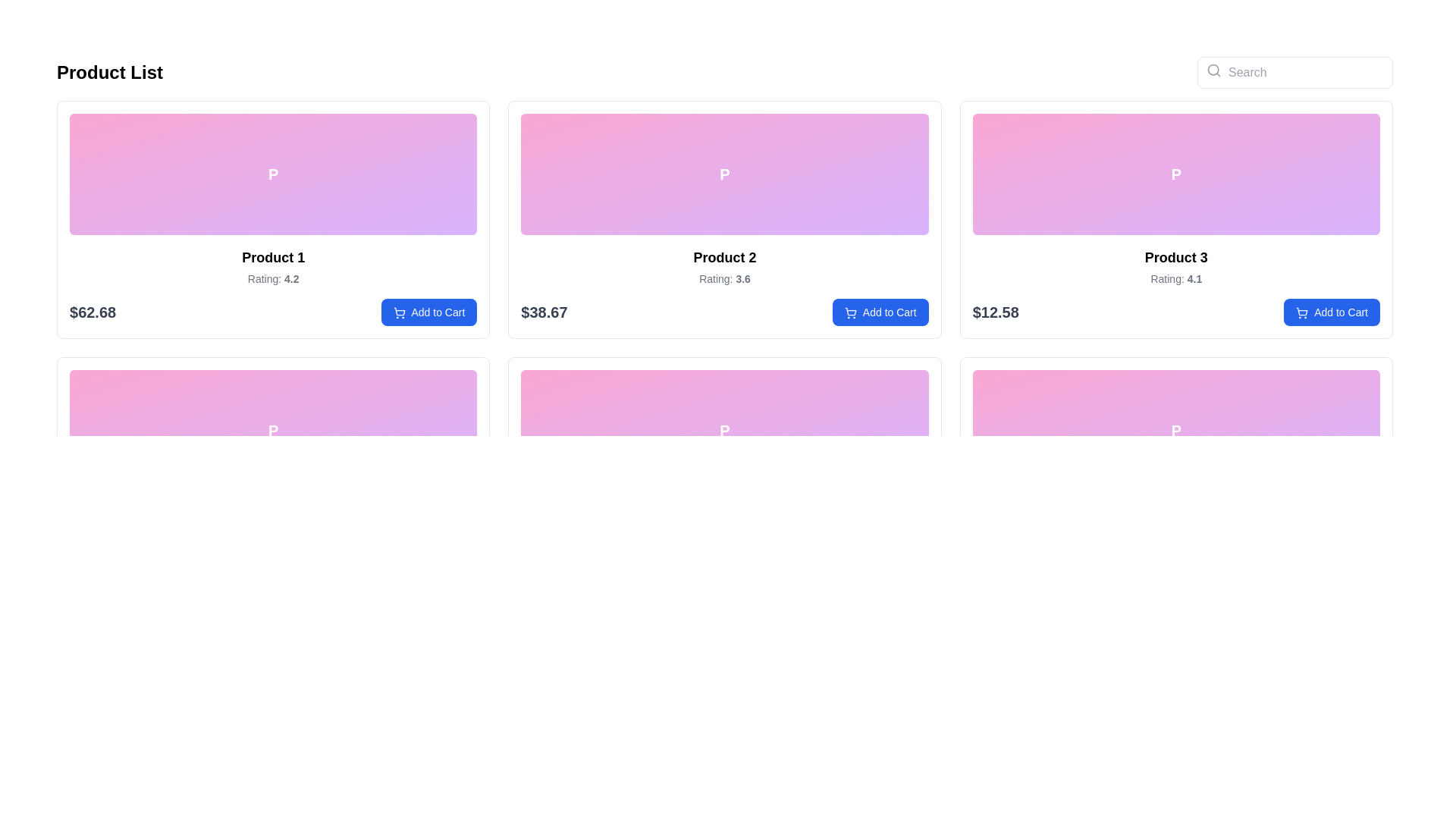 This screenshot has height=819, width=1456. What do you see at coordinates (1331, 312) in the screenshot?
I see `the blue 'Add to Cart' button with rounded corners located in the bottom-right corner of the 'Product 3' section` at bounding box center [1331, 312].